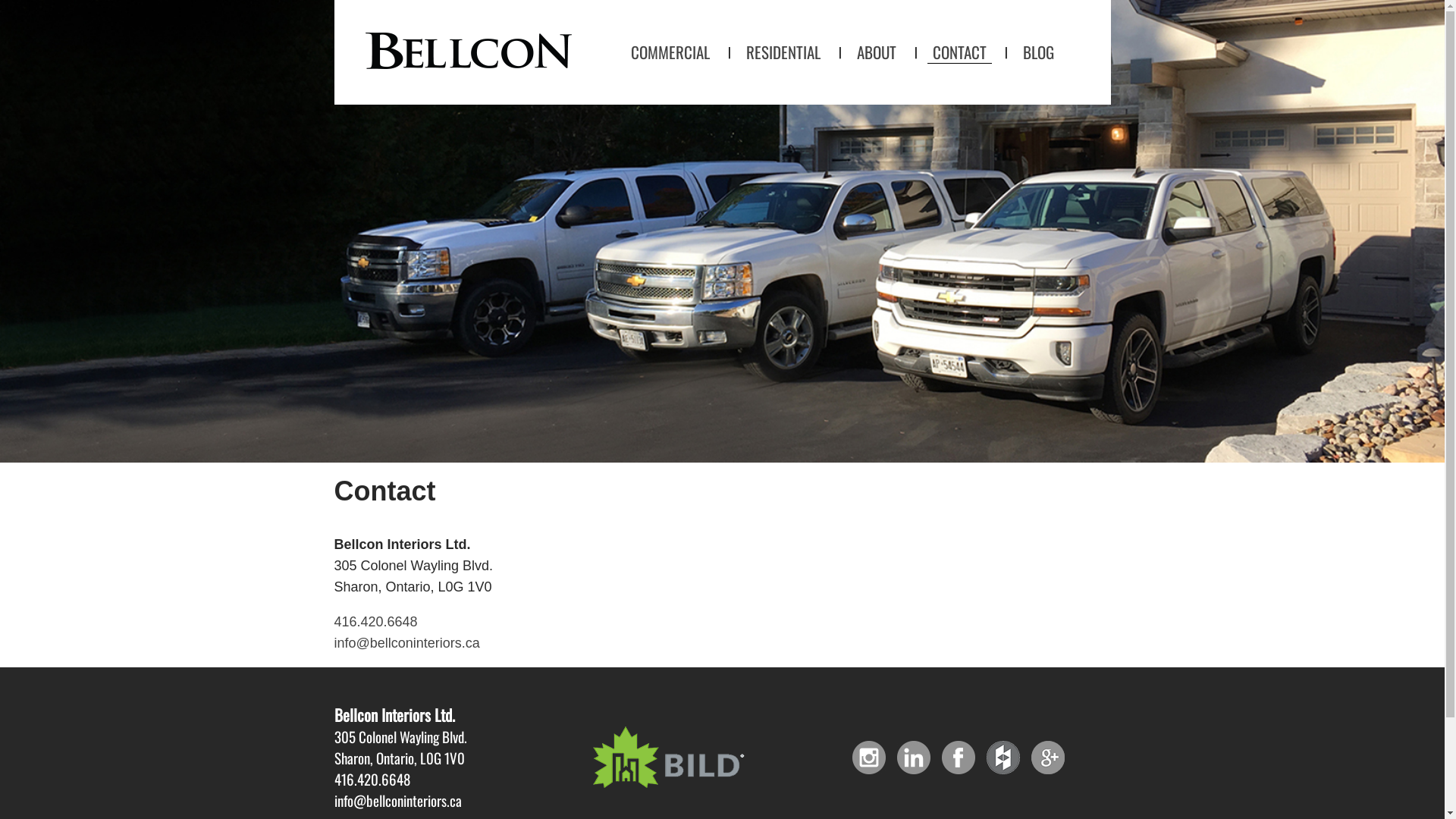 This screenshot has height=819, width=1456. I want to click on 'info@bellconinteriors.ca', so click(333, 643).